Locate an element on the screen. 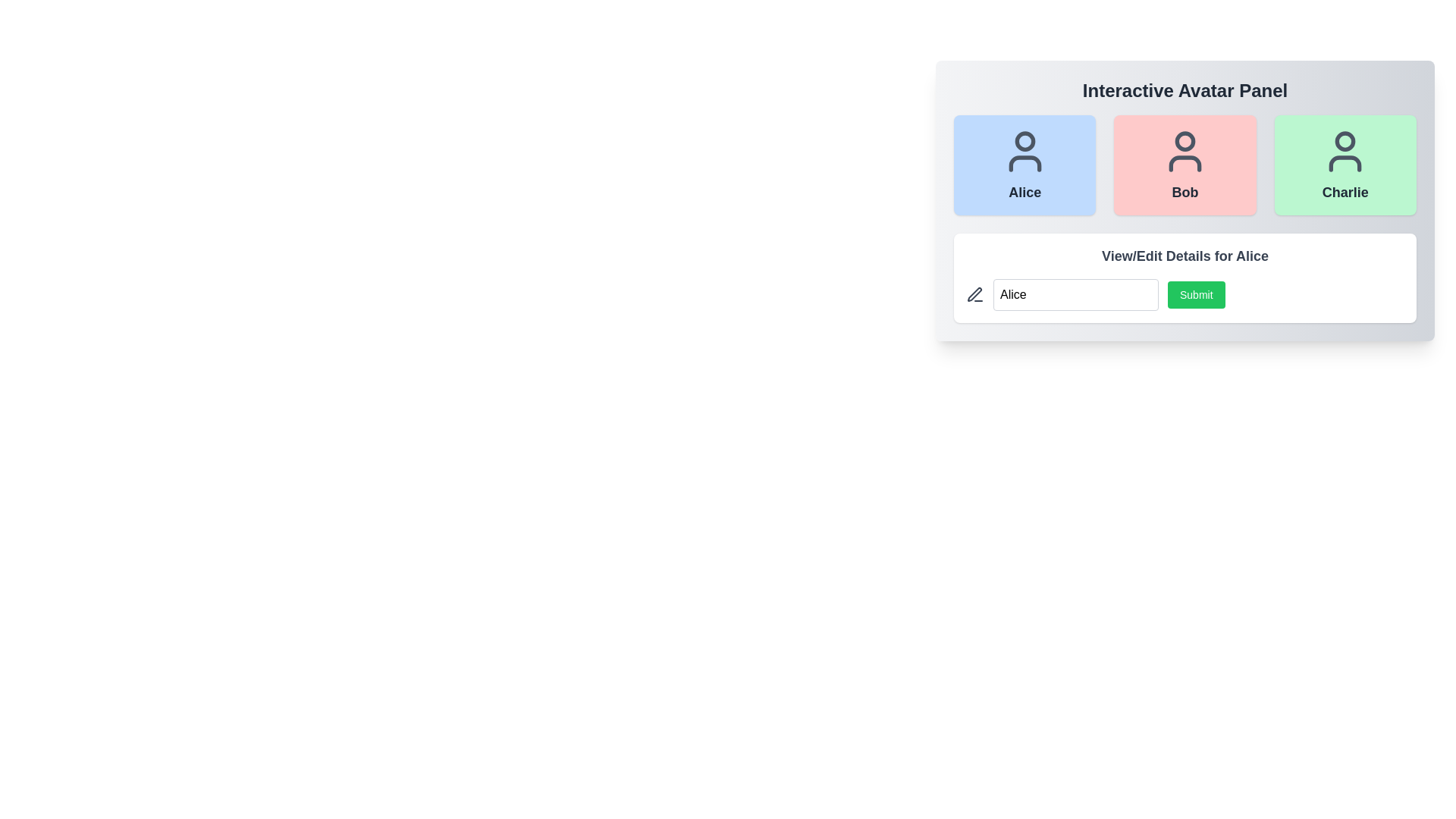 The width and height of the screenshot is (1456, 819). the user profile card for 'Bob' within the grid layout of the 'Interactive Avatar Panel' is located at coordinates (1185, 165).